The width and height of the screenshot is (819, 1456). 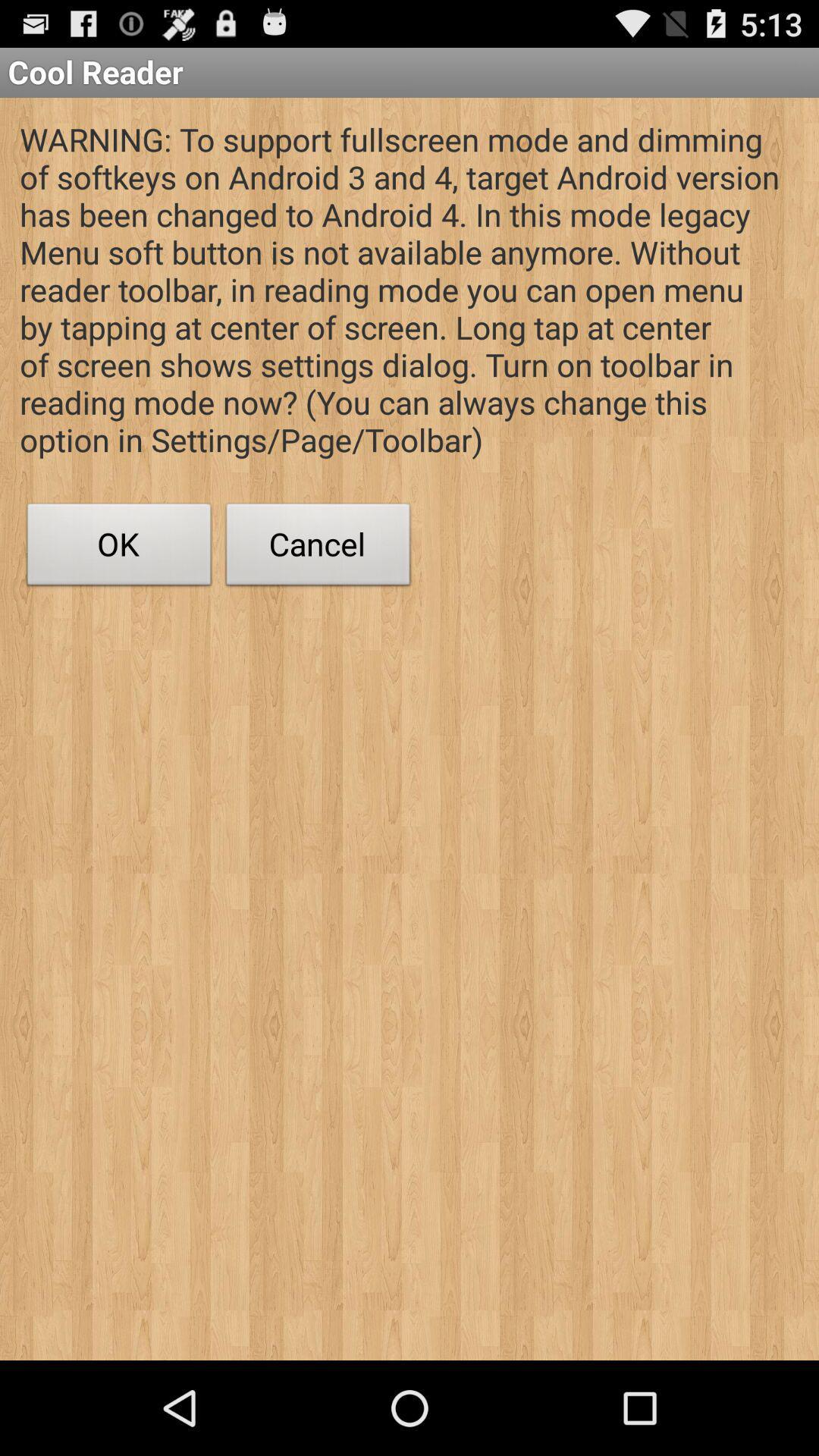 I want to click on the item at the center, so click(x=318, y=548).